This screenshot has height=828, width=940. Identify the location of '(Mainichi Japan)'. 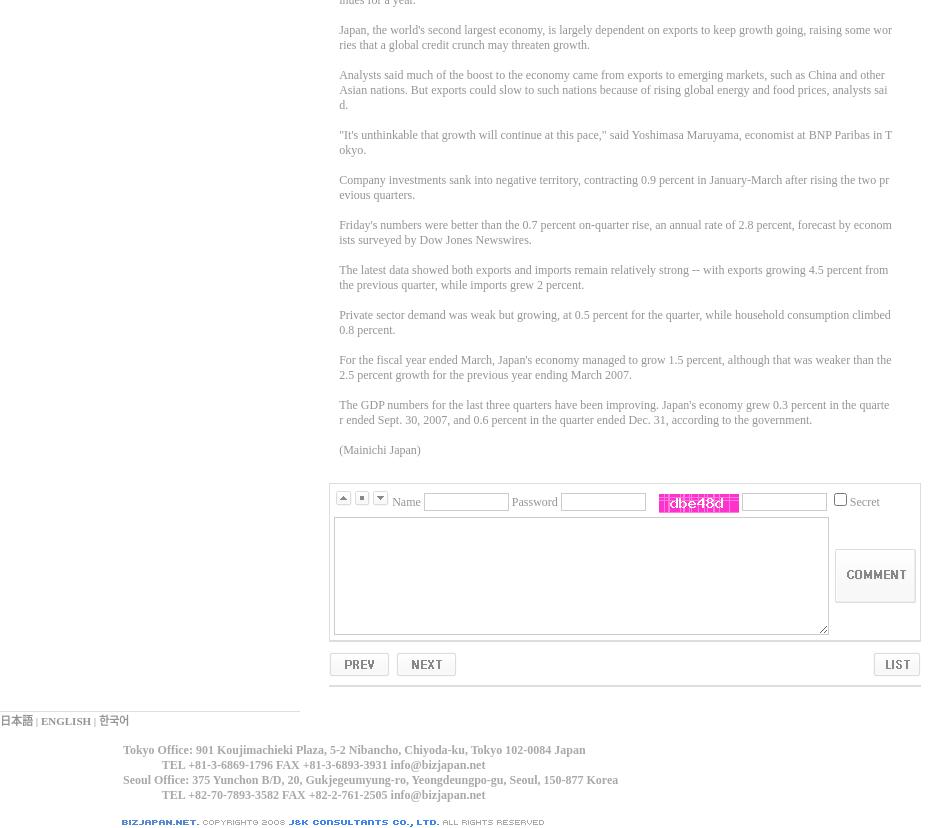
(378, 449).